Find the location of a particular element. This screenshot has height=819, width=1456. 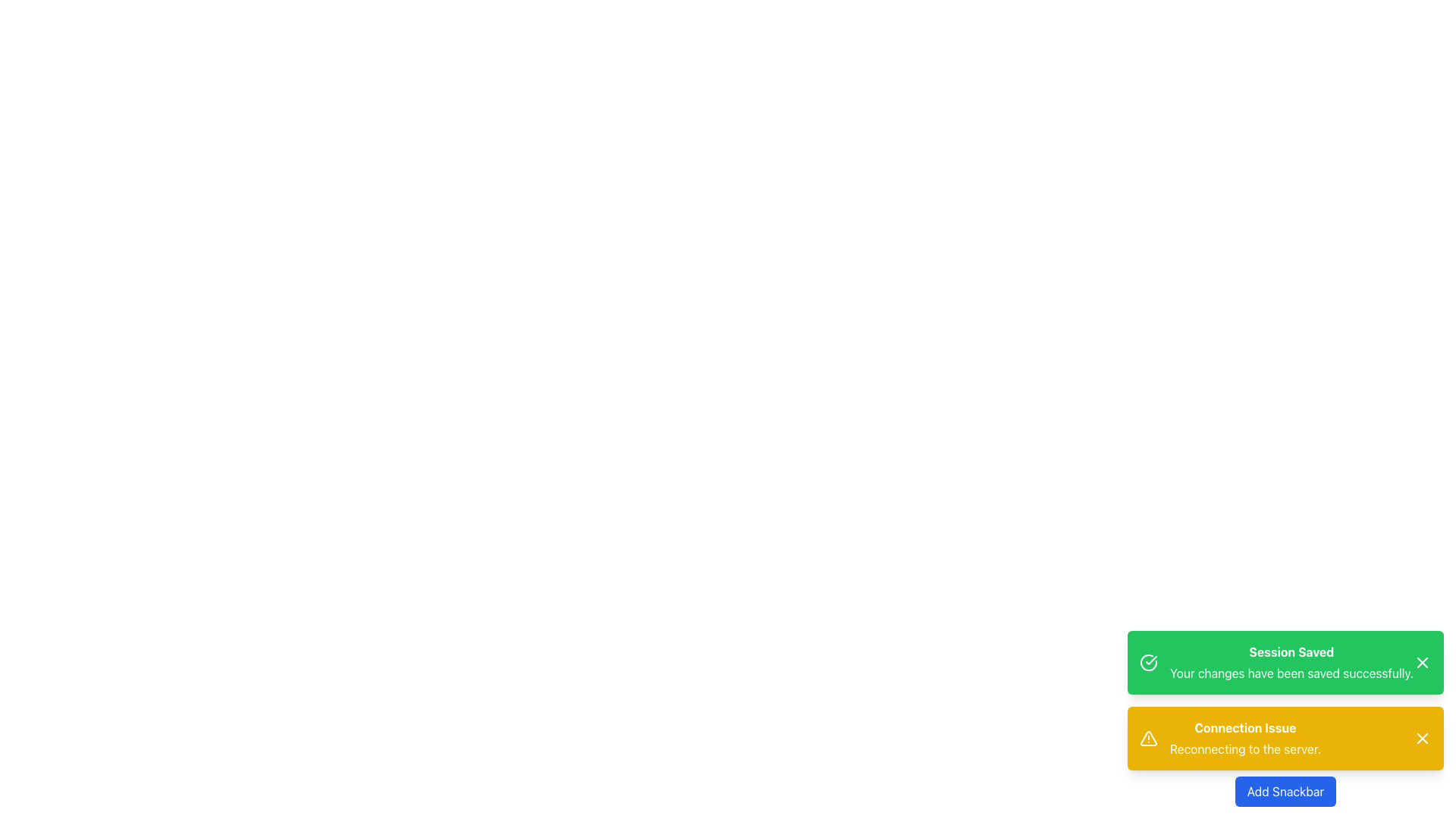

text 'Reconnecting to the server.' displayed in the yellow notification banner below the title 'Connection Issue' is located at coordinates (1245, 748).